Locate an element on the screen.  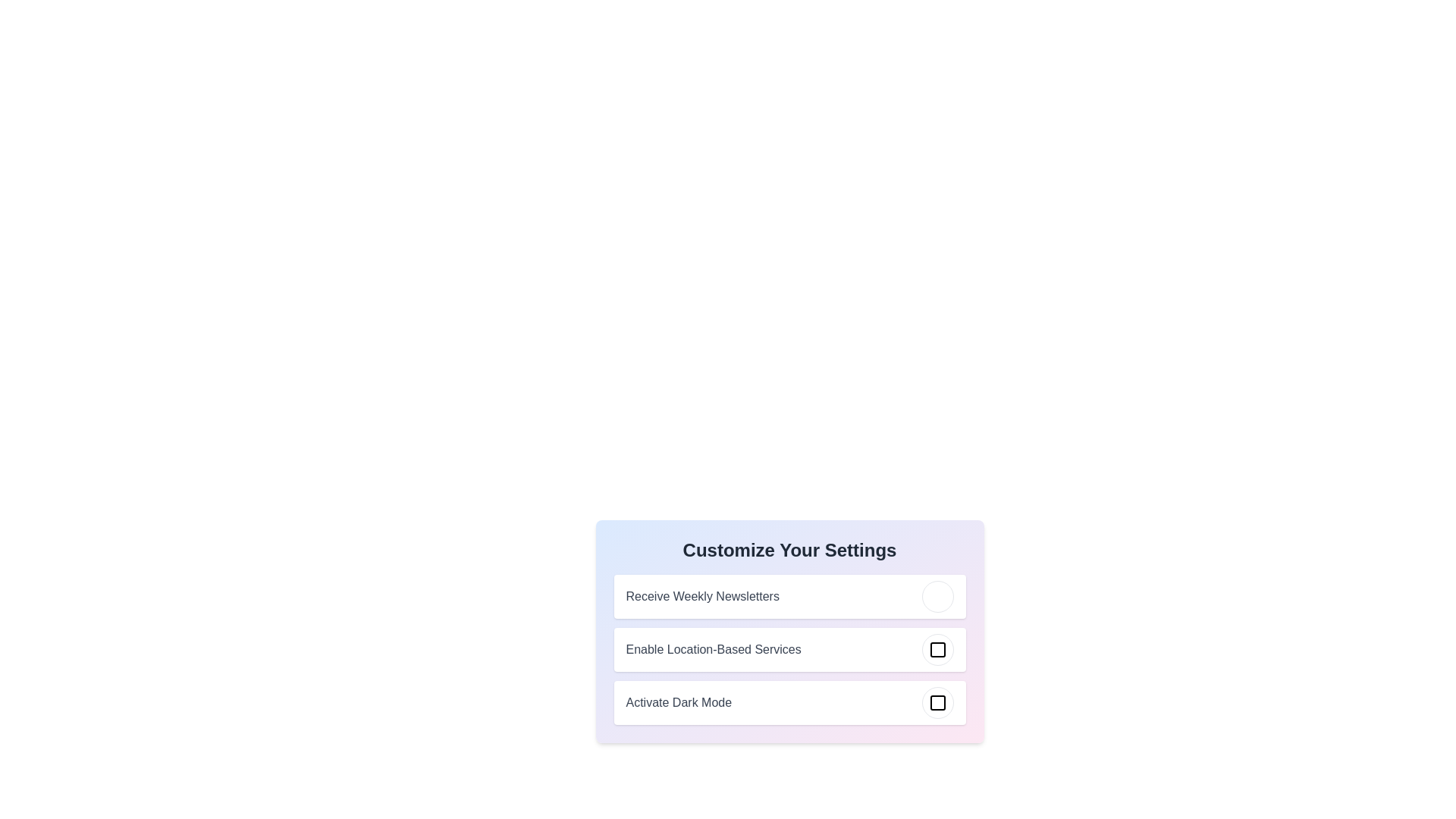
the checkbox located to the right of the 'Activate Dark Mode' text is located at coordinates (937, 702).